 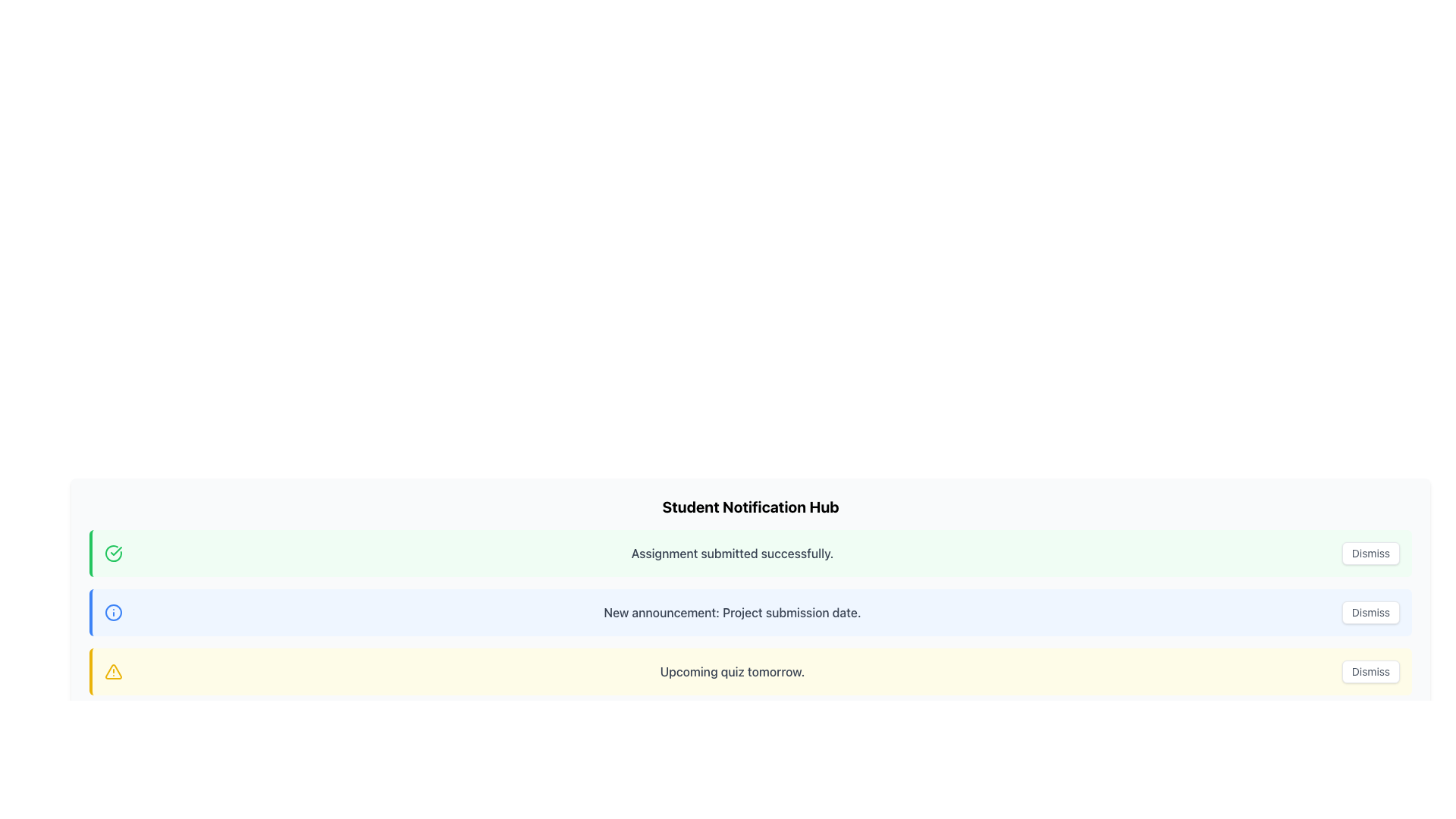 What do you see at coordinates (112, 671) in the screenshot?
I see `the warning icon located at the start of the notification block with a yellow background that indicates an upcoming quiz tomorrow` at bounding box center [112, 671].